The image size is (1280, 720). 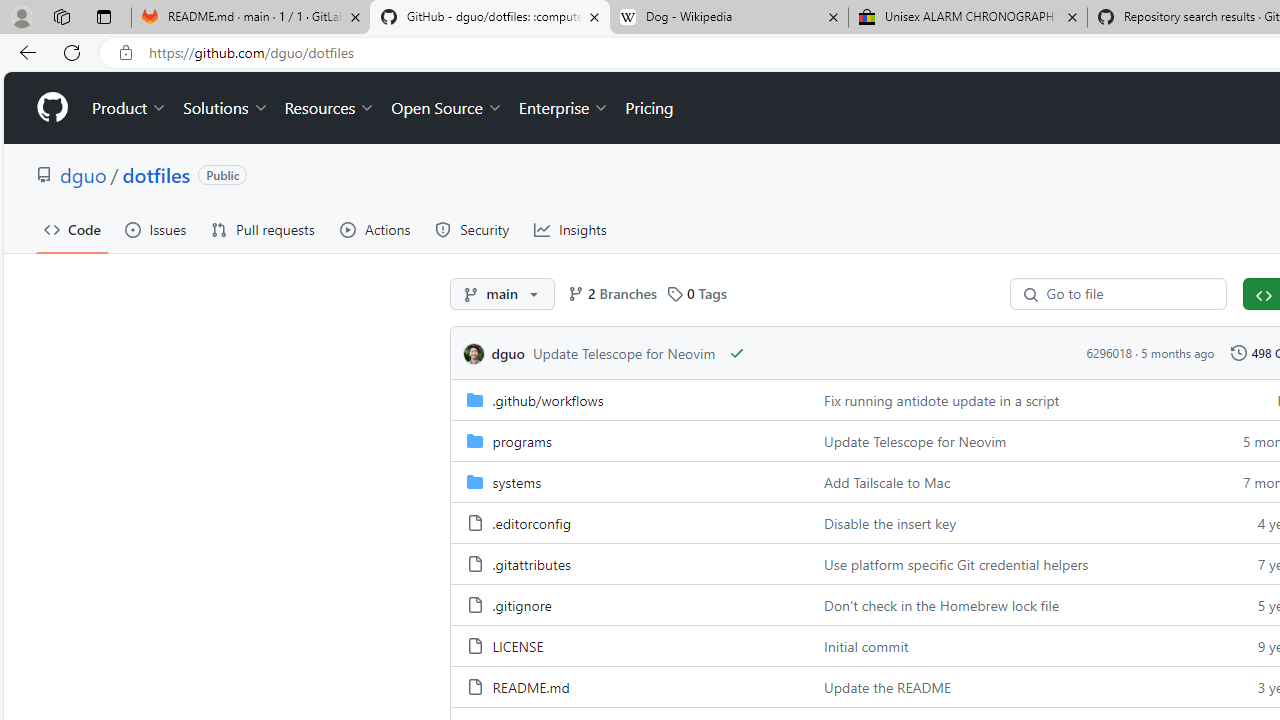 I want to click on 'main branch', so click(x=502, y=294).